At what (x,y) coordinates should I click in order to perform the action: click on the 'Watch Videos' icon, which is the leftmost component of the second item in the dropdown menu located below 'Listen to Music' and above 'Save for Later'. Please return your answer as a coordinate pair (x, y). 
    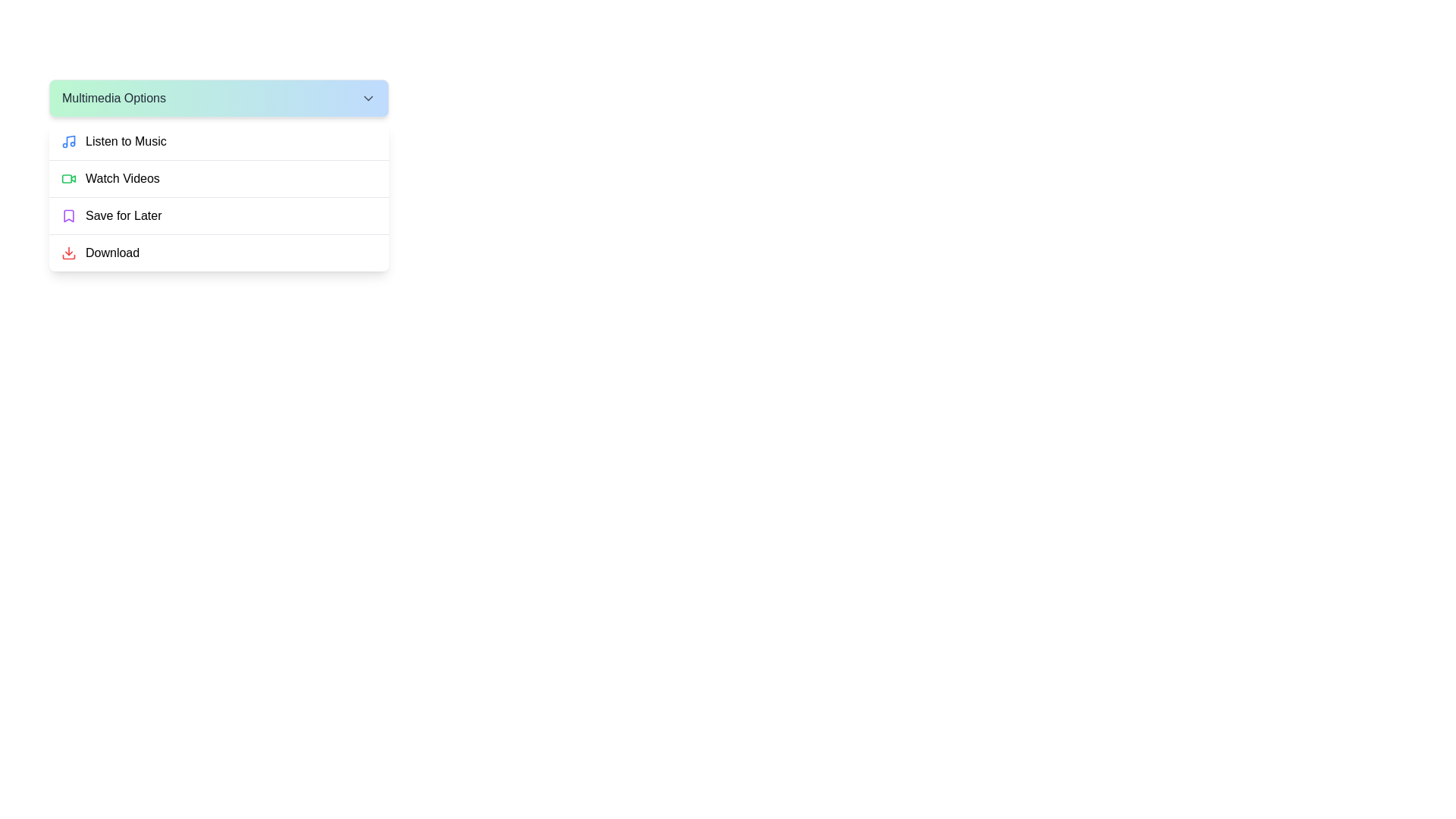
    Looking at the image, I should click on (68, 177).